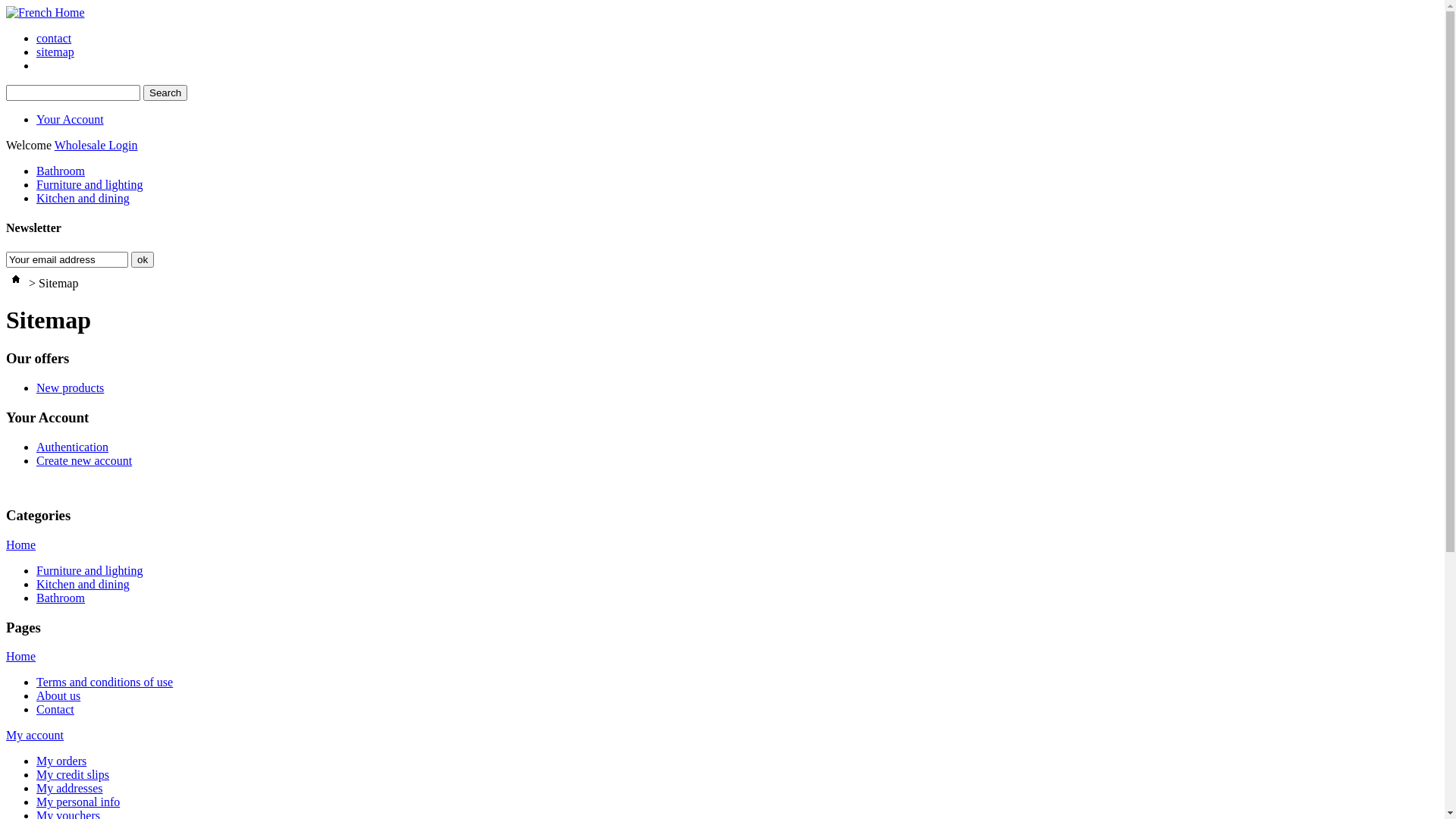 Image resolution: width=1456 pixels, height=819 pixels. Describe the element at coordinates (61, 761) in the screenshot. I see `'My orders'` at that location.